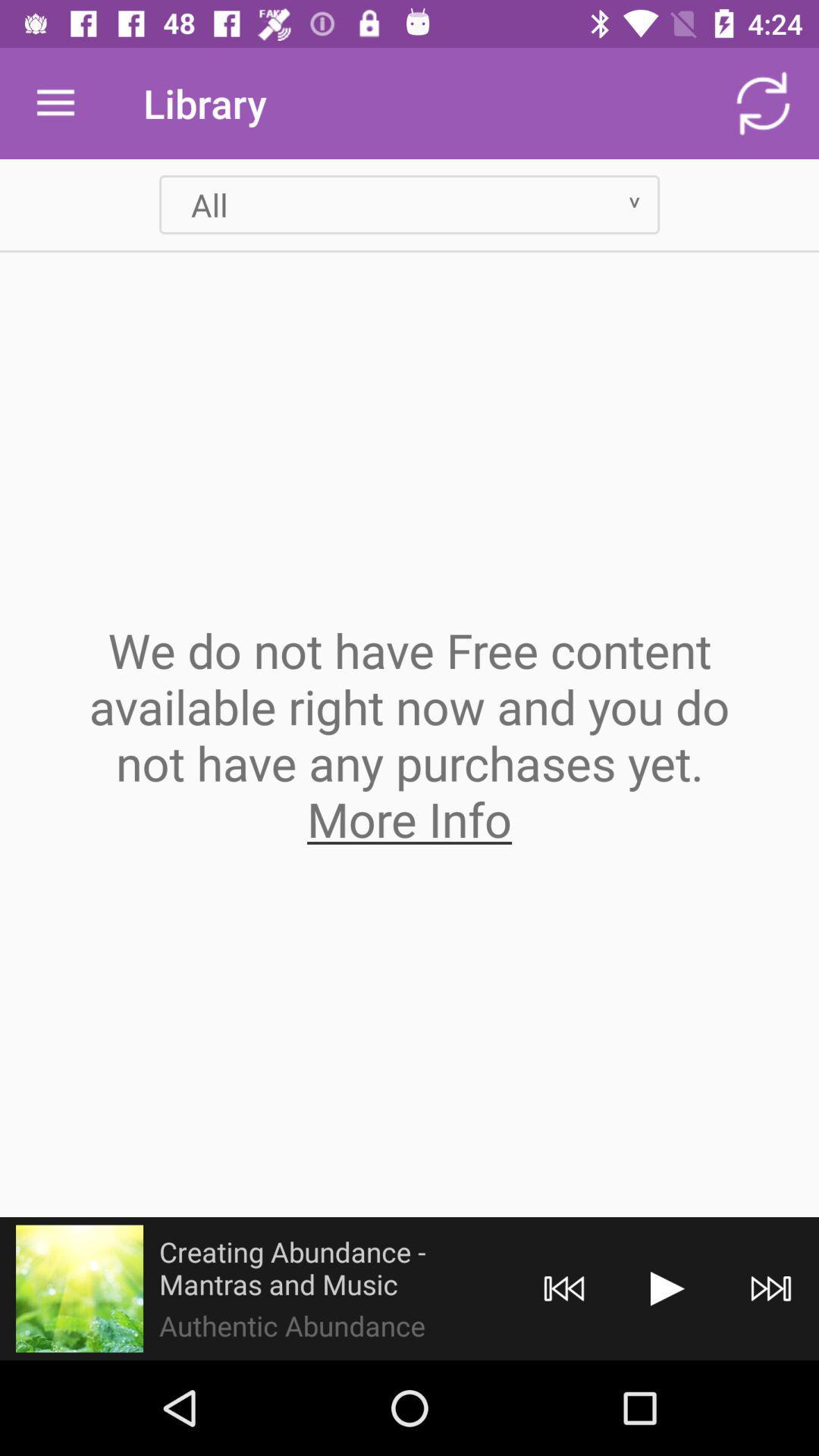 This screenshot has width=819, height=1456. I want to click on item to the left of library icon, so click(55, 102).